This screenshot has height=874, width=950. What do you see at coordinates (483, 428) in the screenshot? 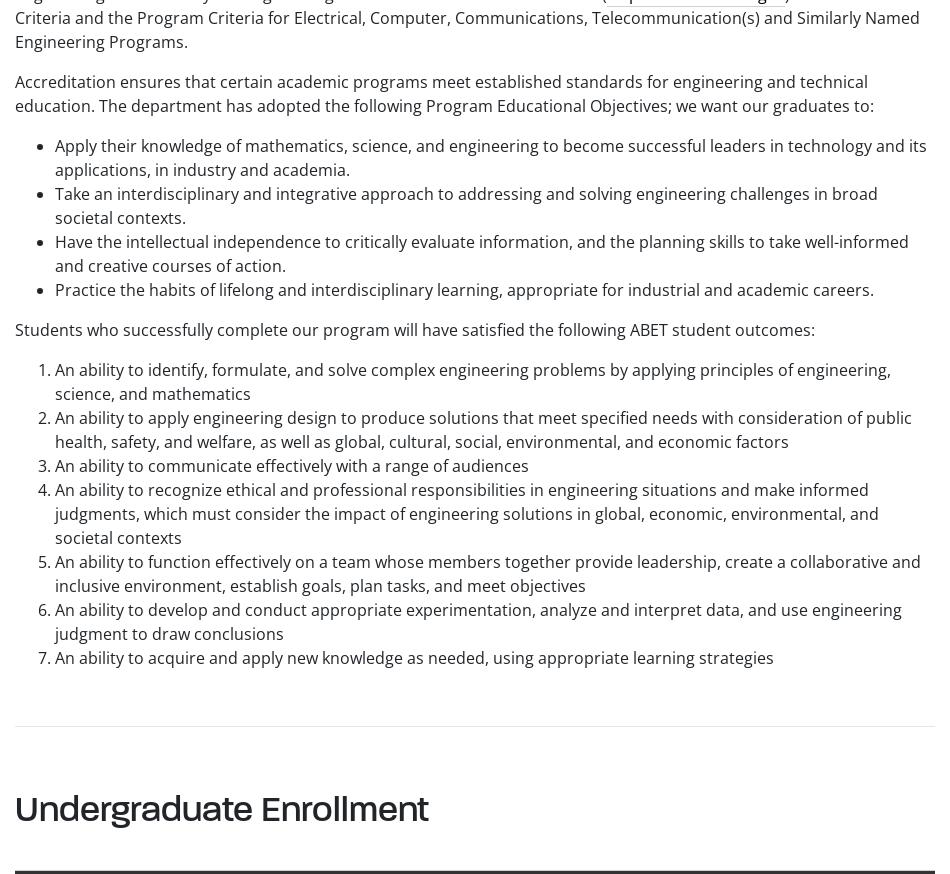
I see `'An ability to apply engineering design to produce solutions that meet specified needs with consideration of public health, safety, and welfare, as well as global, cultural, social, environmental, and economic factors'` at bounding box center [483, 428].